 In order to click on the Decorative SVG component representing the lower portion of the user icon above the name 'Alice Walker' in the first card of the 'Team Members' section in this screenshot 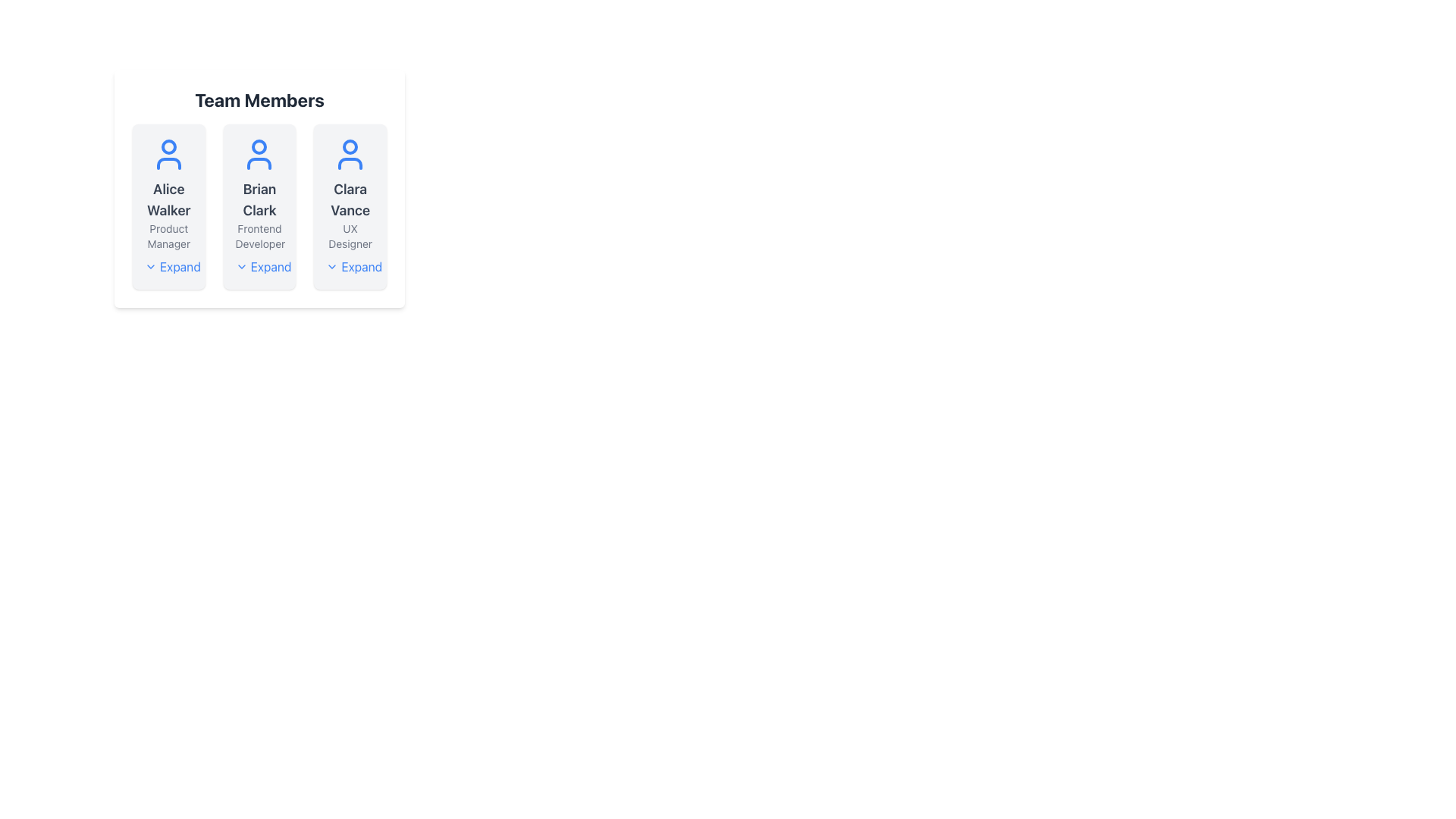, I will do `click(168, 164)`.